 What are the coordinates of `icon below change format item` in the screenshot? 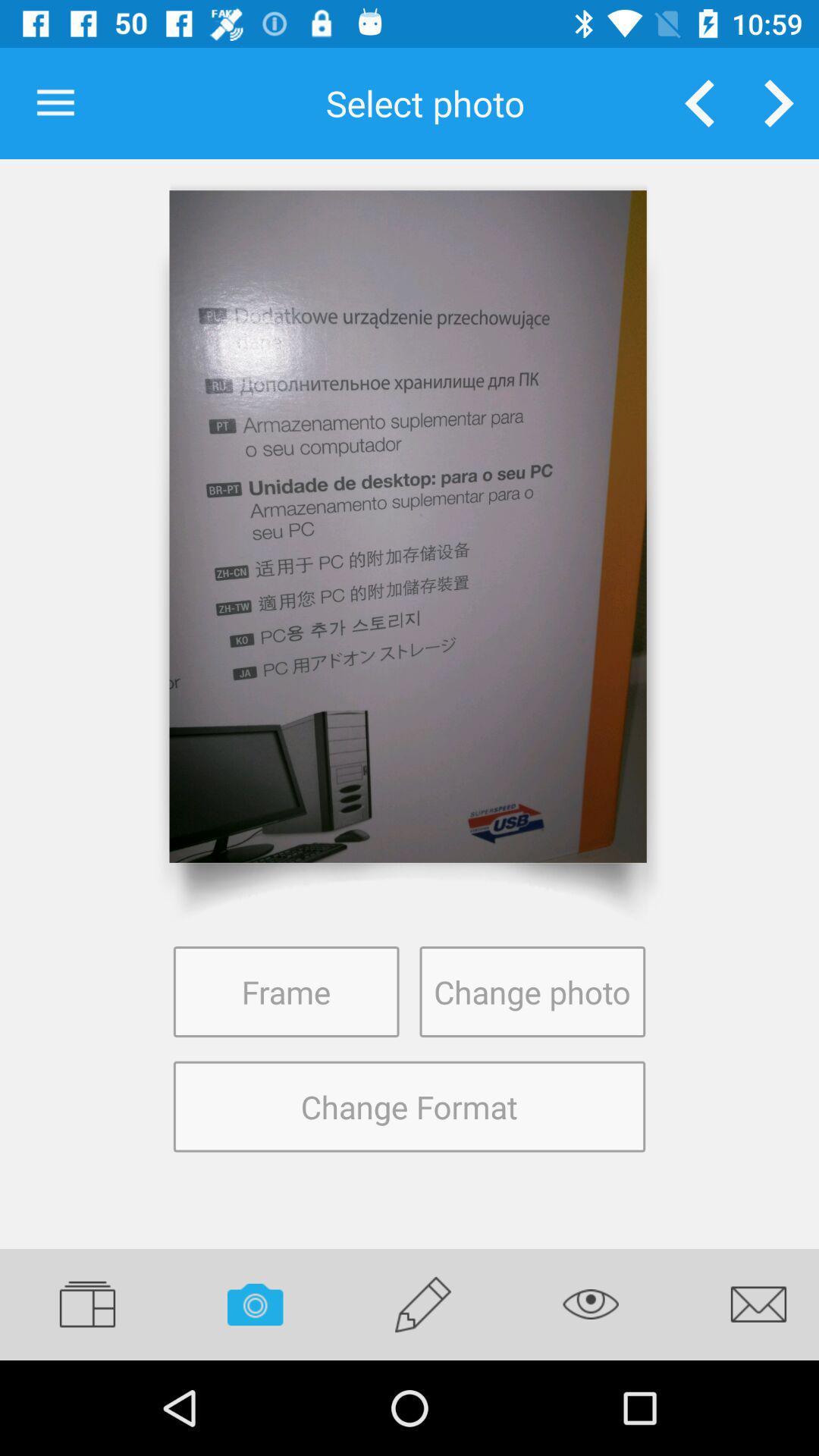 It's located at (590, 1304).